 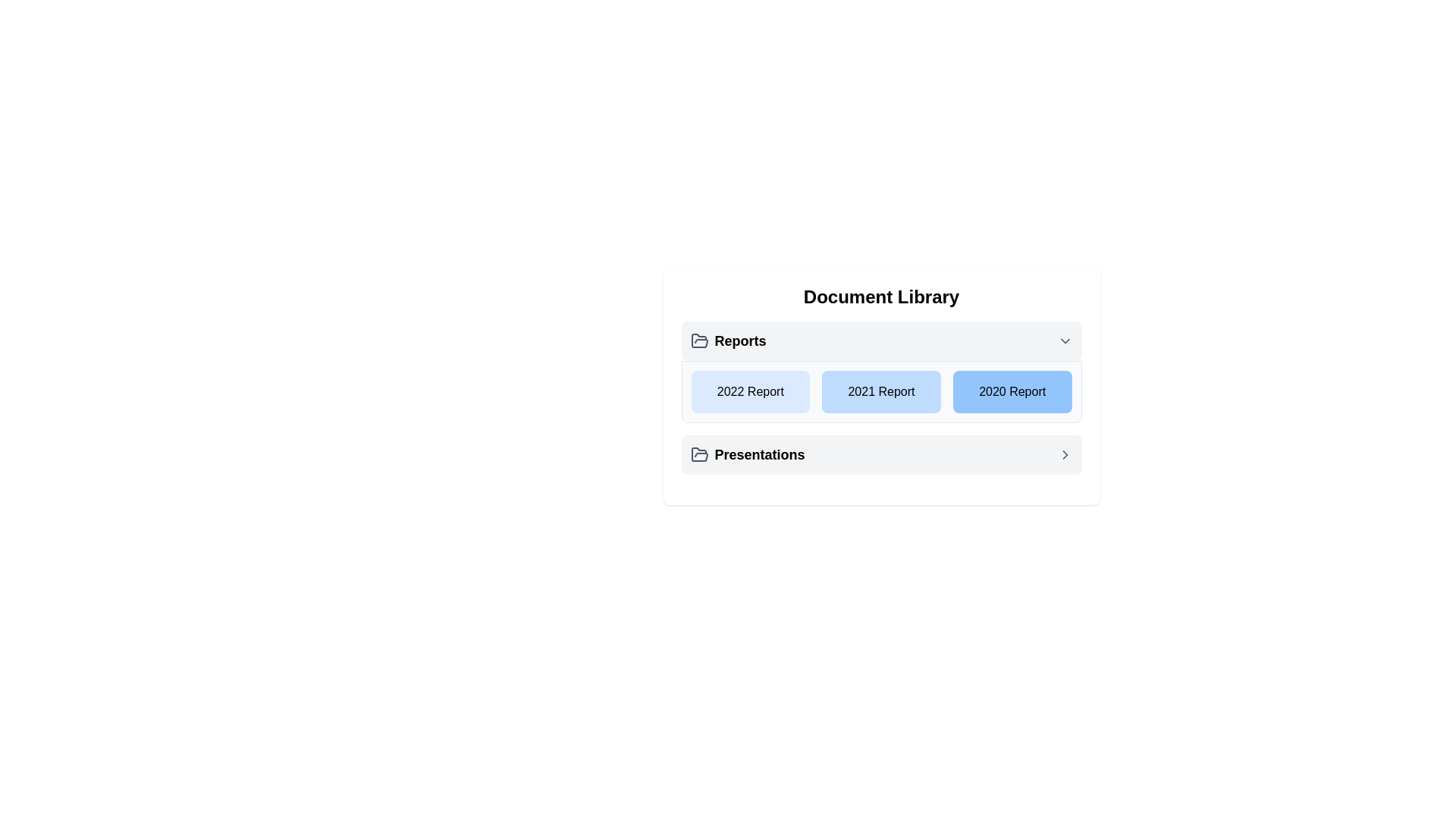 I want to click on the static label displaying '2022 Report' in the Reports section of the Document Library interface, so click(x=750, y=391).